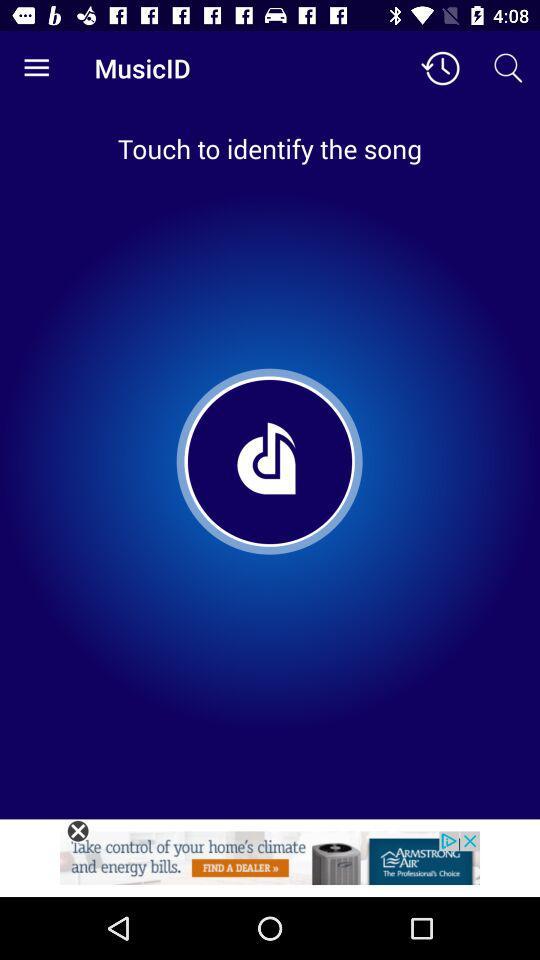  I want to click on open advertisement, so click(270, 863).